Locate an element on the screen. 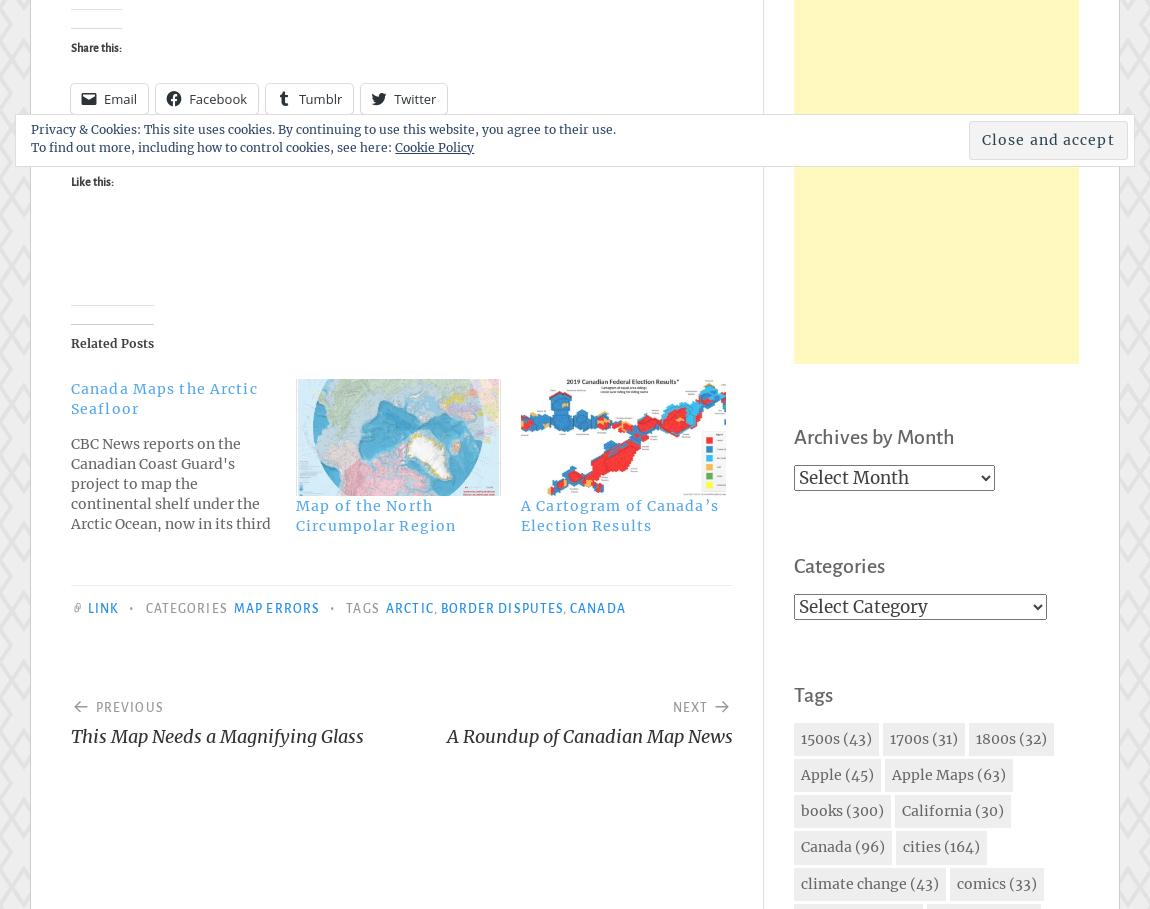 This screenshot has height=909, width=1150. 'Archives by Month' is located at coordinates (874, 434).